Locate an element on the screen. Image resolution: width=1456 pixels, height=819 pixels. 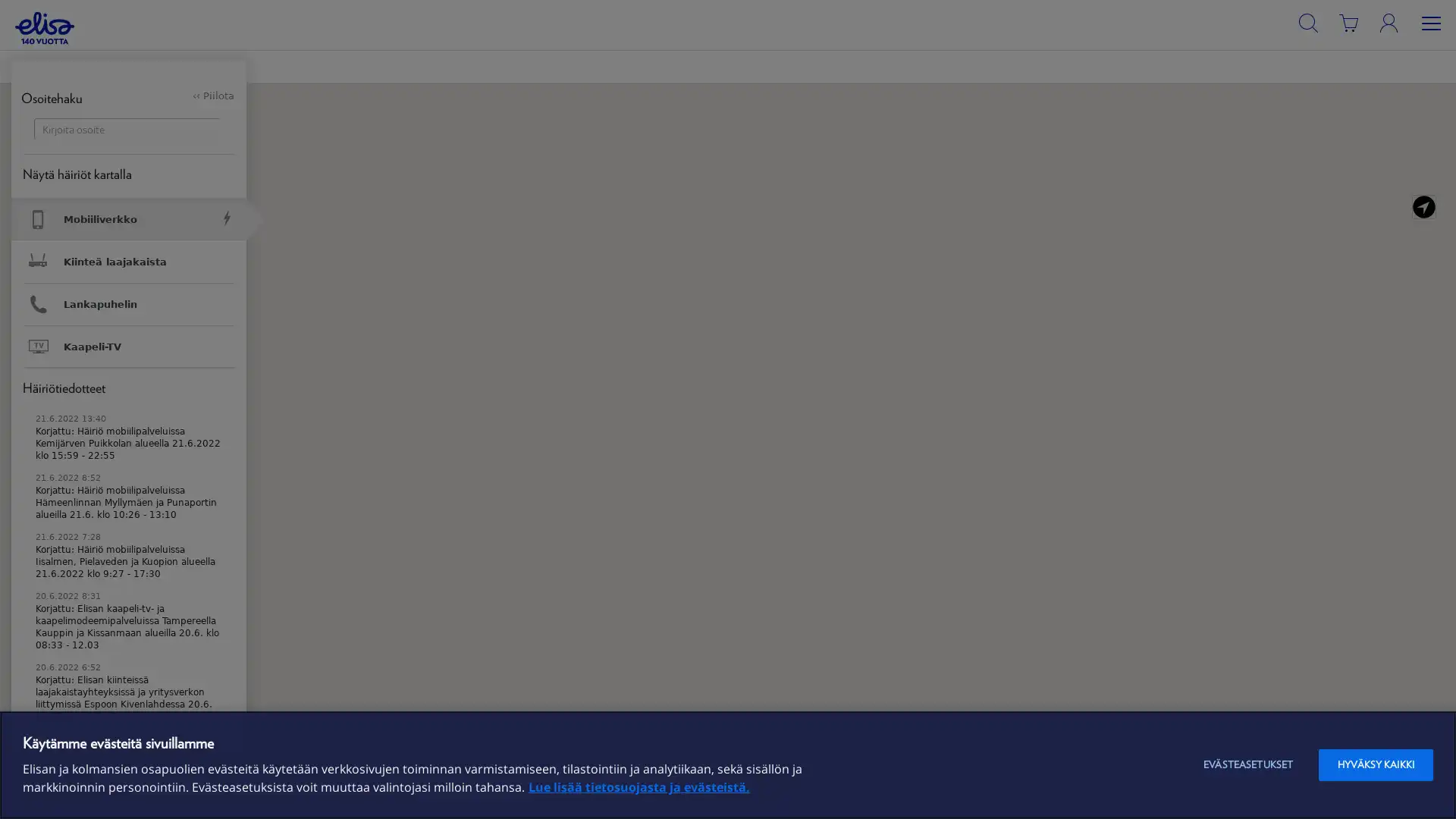
Pienenna is located at coordinates (1432, 136).